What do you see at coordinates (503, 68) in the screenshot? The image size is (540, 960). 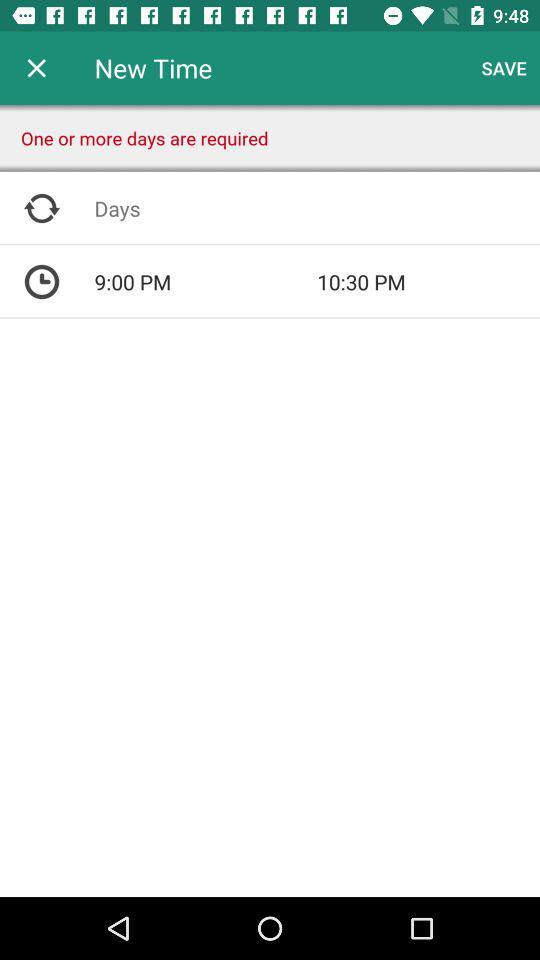 I see `item next to new time icon` at bounding box center [503, 68].